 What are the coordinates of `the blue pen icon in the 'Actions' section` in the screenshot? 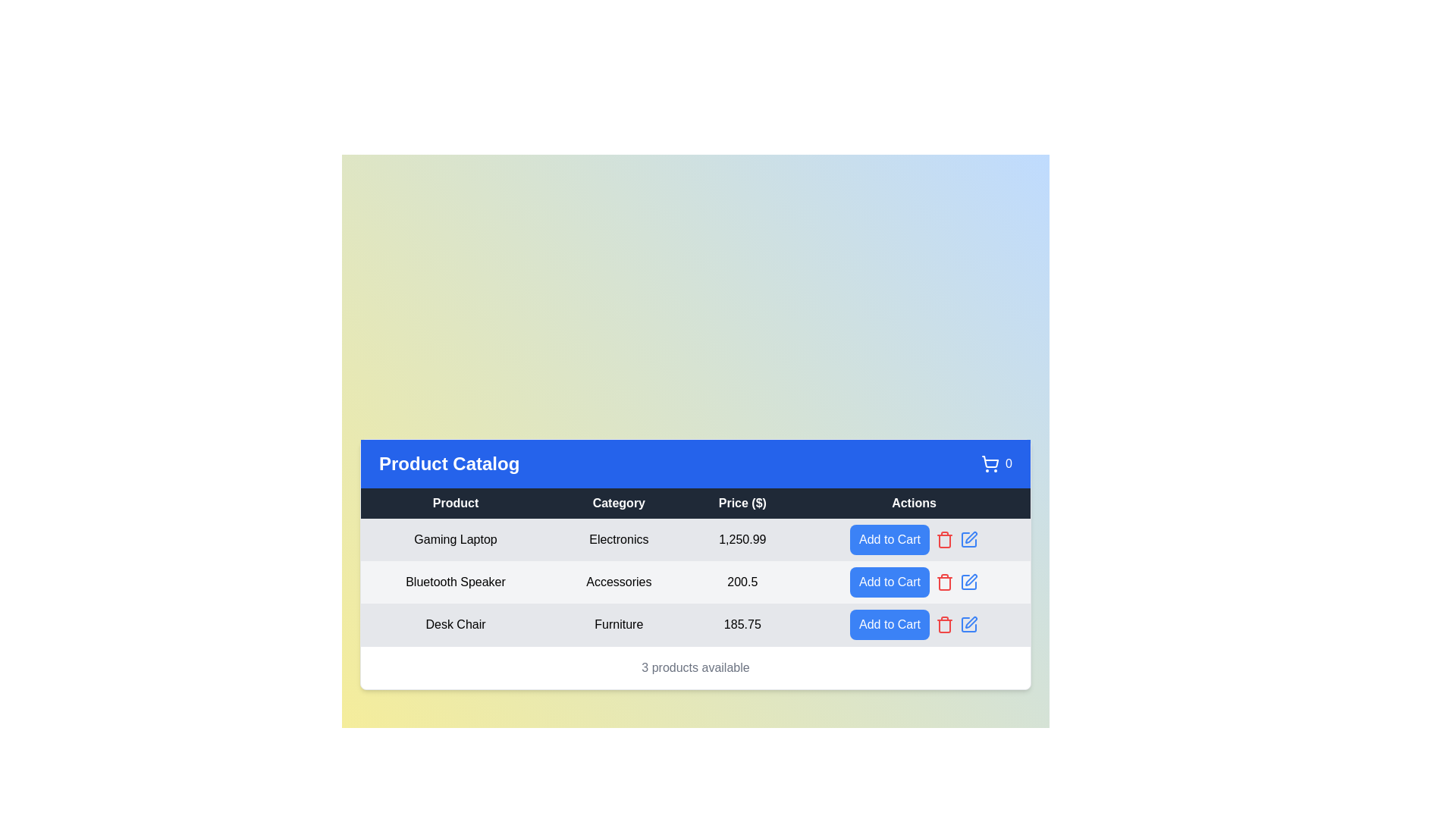 It's located at (968, 538).